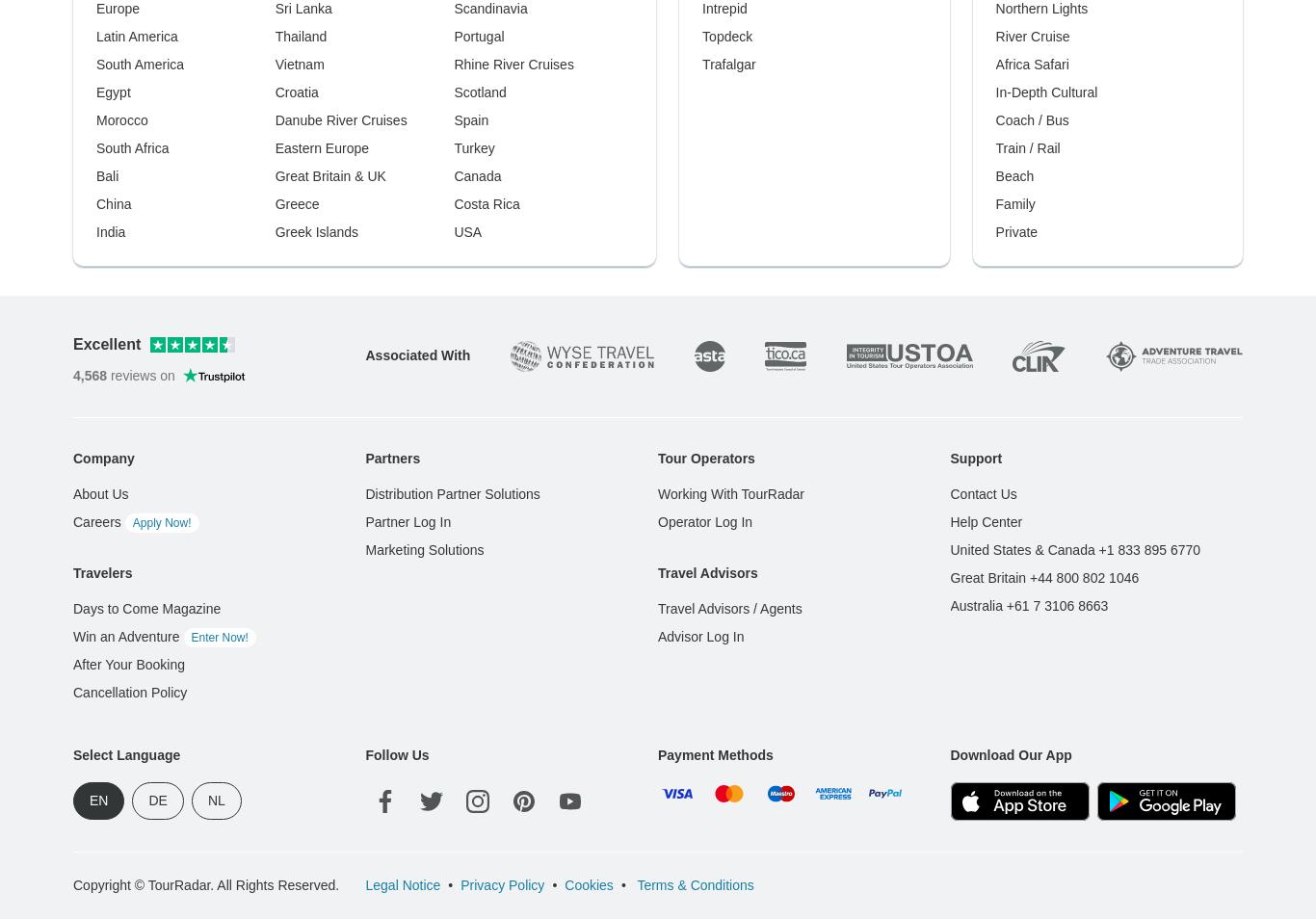 This screenshot has width=1316, height=919. Describe the element at coordinates (730, 492) in the screenshot. I see `'Working With TourRadar'` at that location.